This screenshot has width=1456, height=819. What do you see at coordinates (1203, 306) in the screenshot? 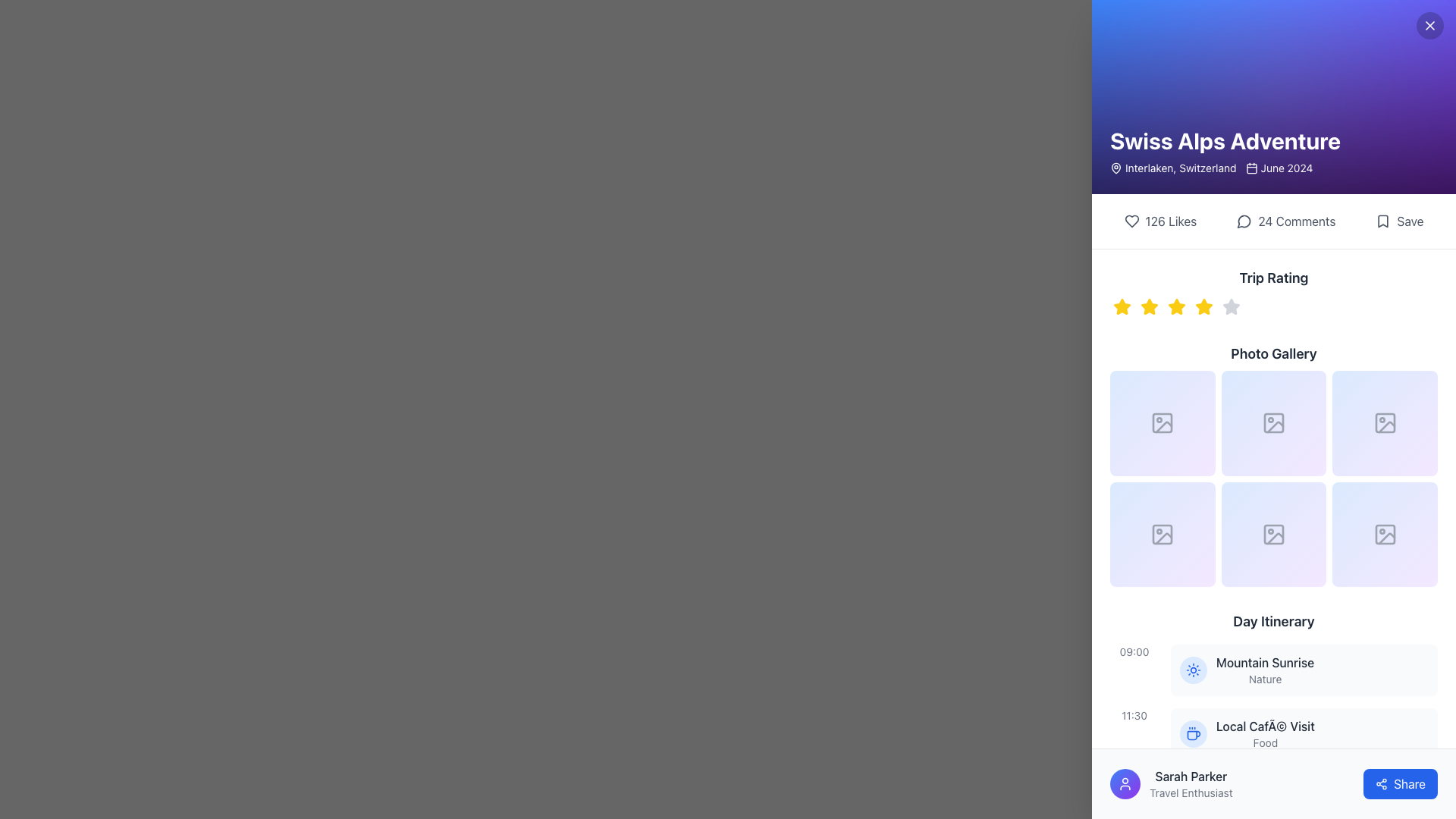
I see `keyboard navigation` at bounding box center [1203, 306].